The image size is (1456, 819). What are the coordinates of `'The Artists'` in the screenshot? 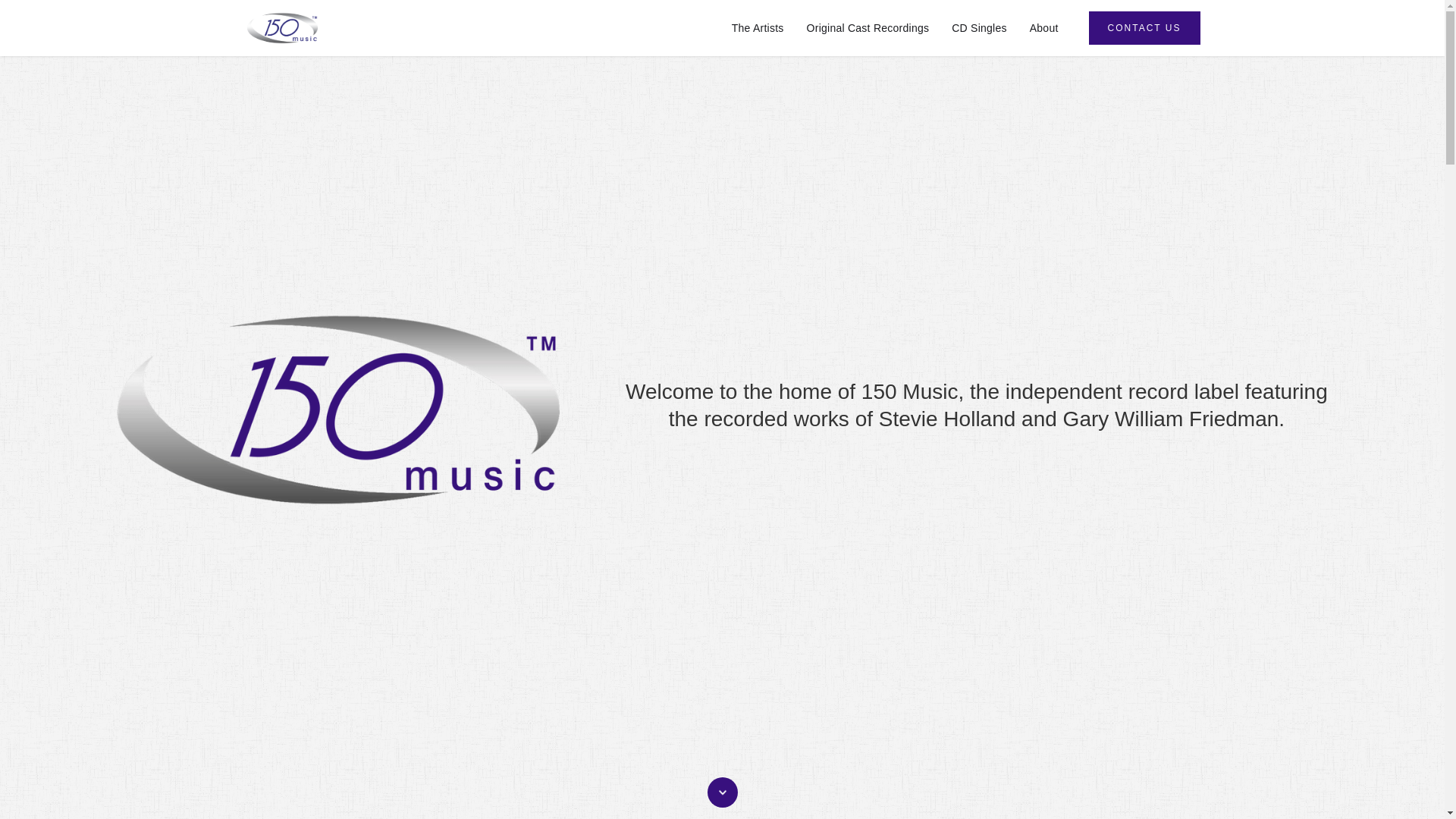 It's located at (758, 28).